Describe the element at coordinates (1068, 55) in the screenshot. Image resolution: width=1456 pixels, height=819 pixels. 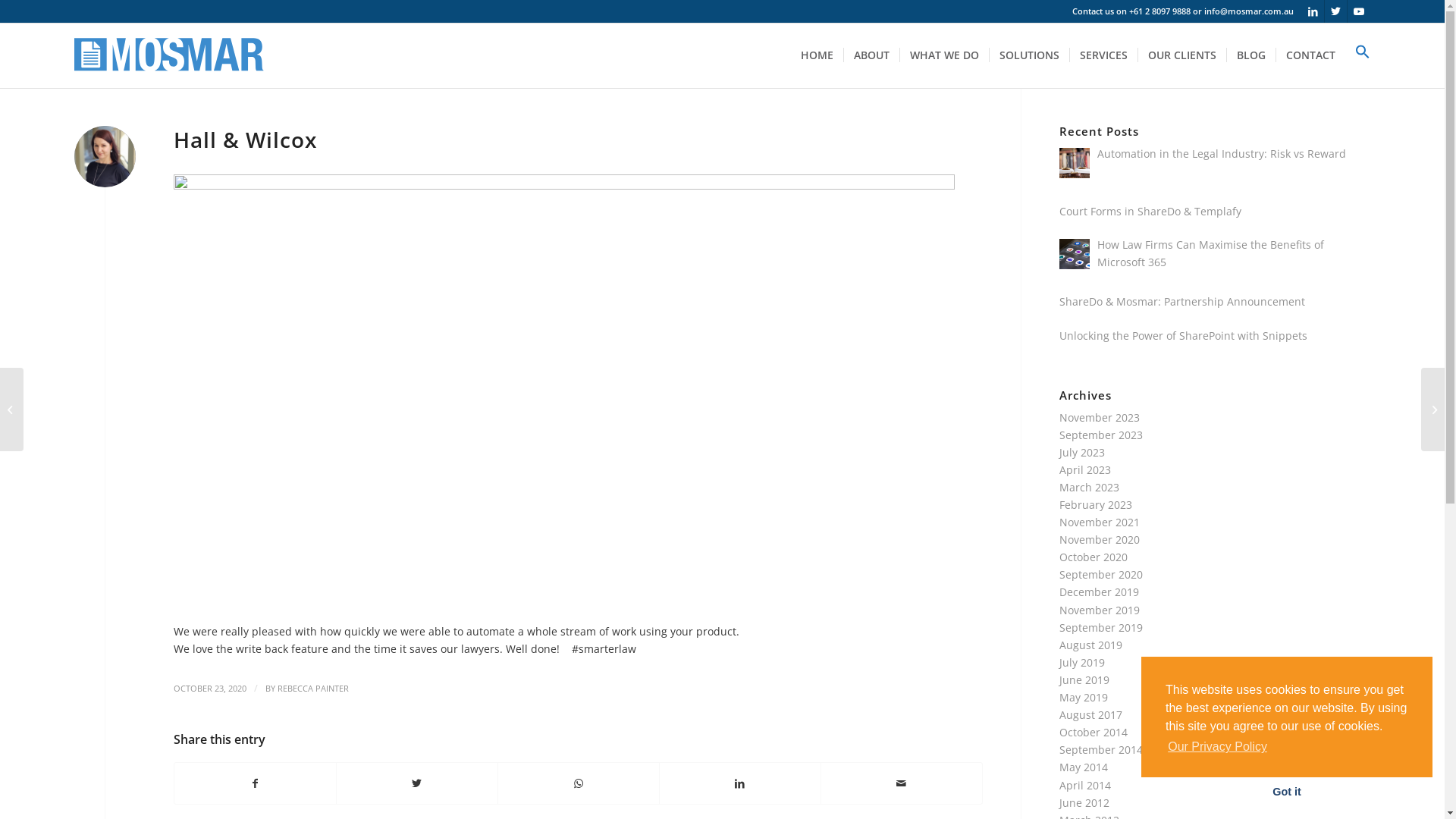
I see `'SERVICES'` at that location.